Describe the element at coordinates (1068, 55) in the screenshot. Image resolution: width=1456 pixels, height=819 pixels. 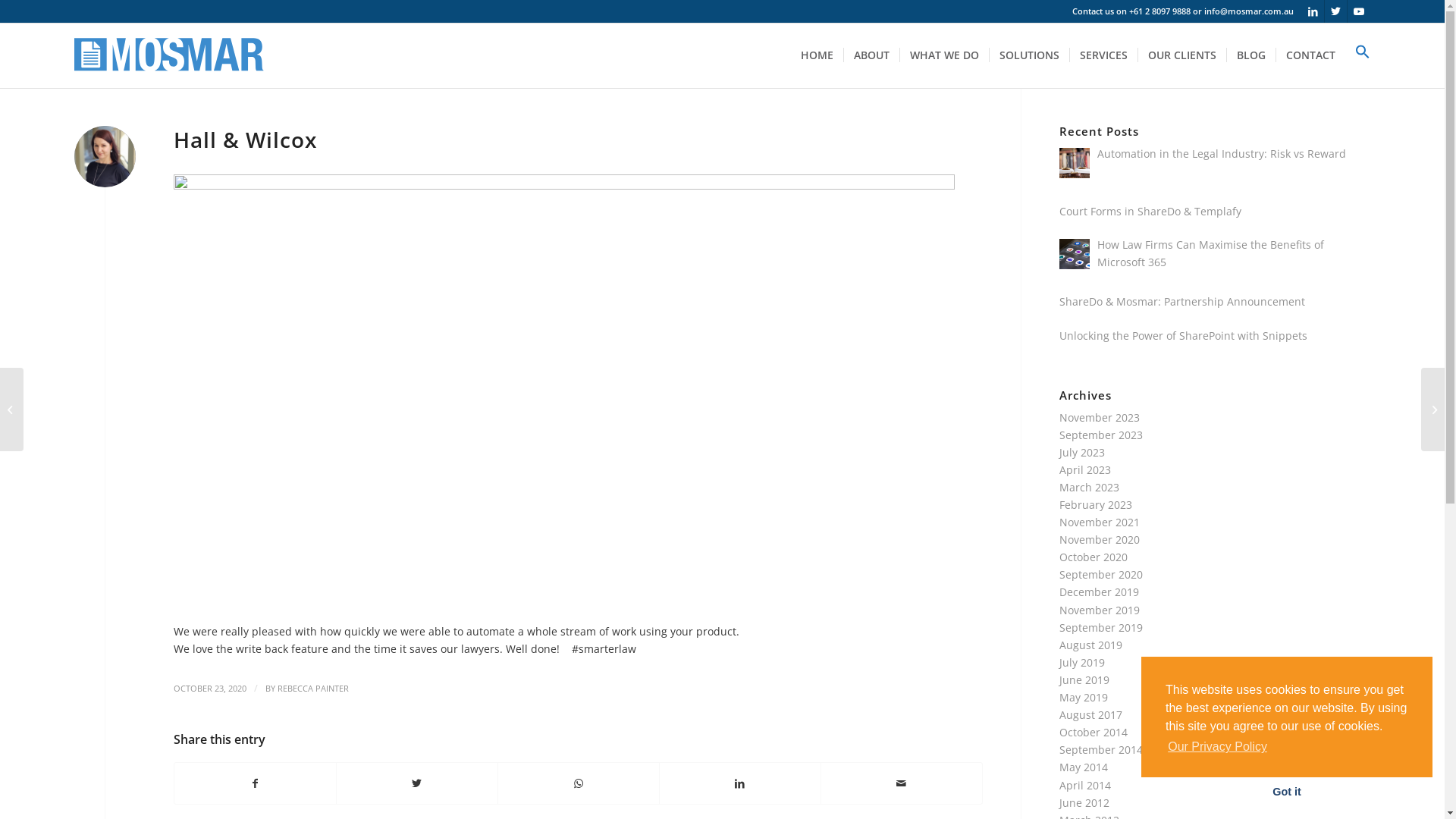
I see `'SERVICES'` at that location.